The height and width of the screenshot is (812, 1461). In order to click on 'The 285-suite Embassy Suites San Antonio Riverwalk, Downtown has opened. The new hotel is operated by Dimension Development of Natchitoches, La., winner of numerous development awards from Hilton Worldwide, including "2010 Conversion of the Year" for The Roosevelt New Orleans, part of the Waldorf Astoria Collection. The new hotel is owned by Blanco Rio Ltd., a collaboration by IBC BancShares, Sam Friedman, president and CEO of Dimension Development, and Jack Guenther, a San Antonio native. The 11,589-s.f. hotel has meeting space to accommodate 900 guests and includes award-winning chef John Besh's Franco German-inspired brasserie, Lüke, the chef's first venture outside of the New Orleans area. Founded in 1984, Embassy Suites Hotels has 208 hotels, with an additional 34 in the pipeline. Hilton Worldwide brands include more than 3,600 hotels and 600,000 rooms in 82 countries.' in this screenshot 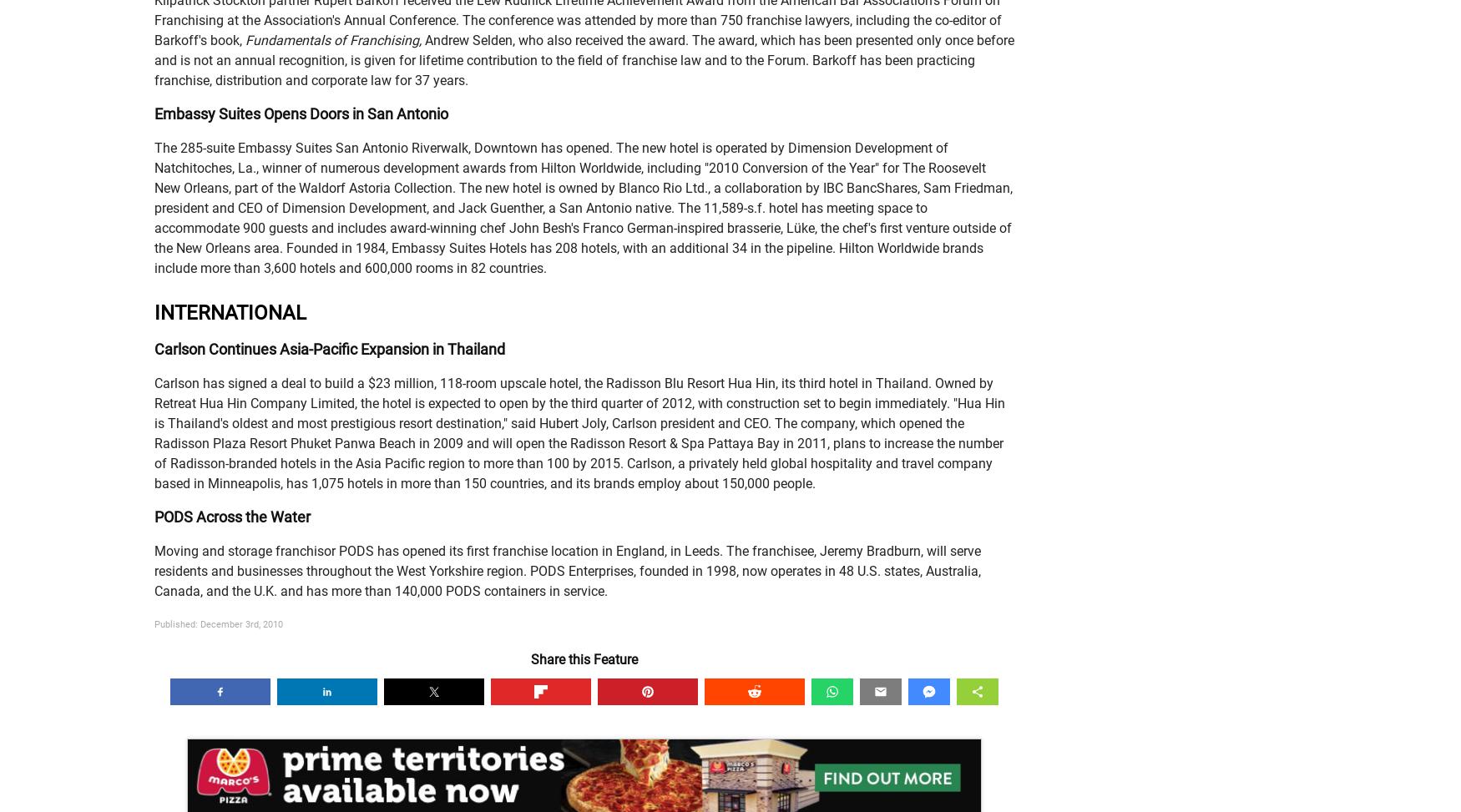, I will do `click(583, 207)`.